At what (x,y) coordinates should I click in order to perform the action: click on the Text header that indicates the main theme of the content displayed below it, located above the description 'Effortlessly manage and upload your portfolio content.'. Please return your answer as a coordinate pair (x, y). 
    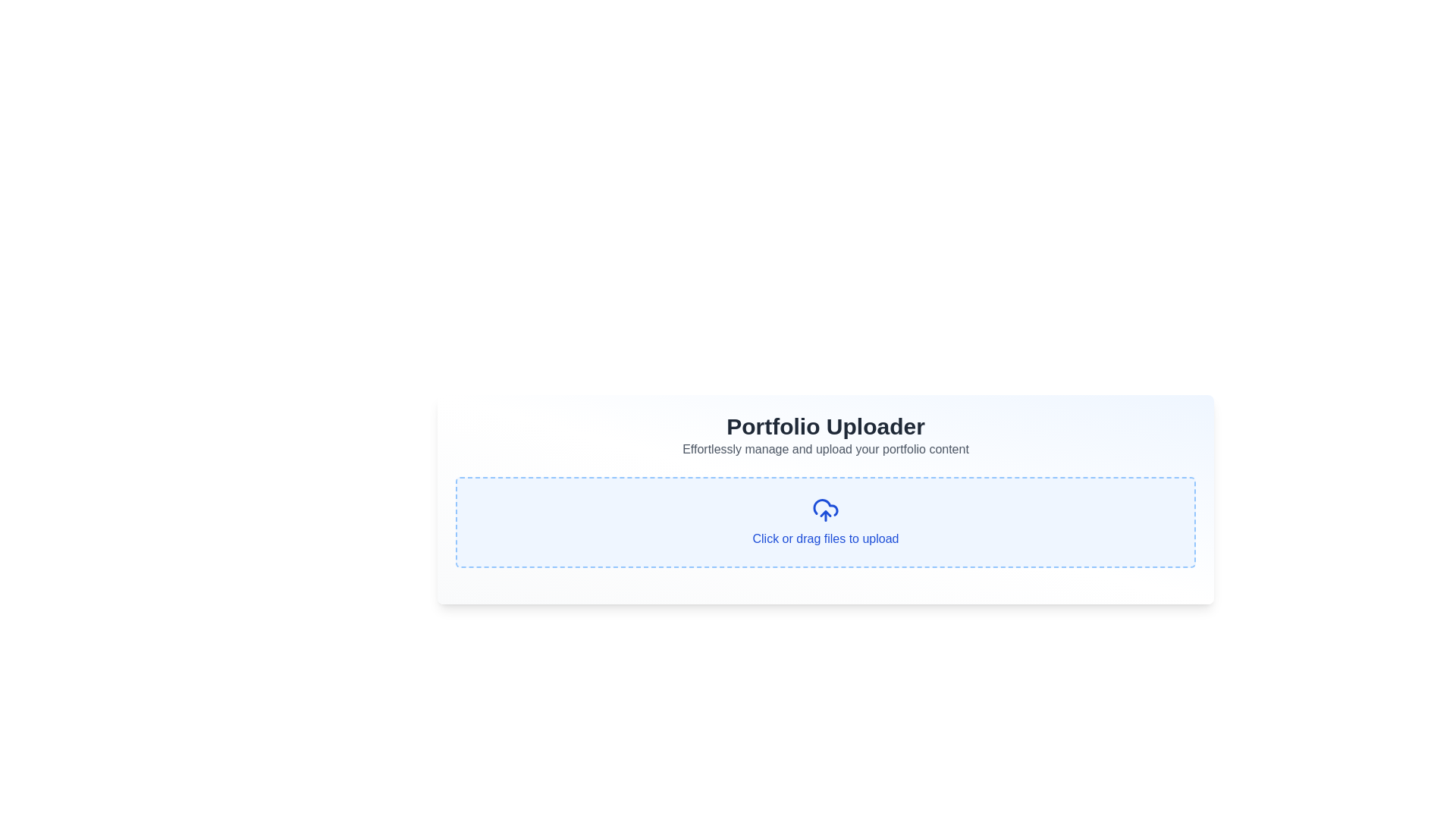
    Looking at the image, I should click on (825, 427).